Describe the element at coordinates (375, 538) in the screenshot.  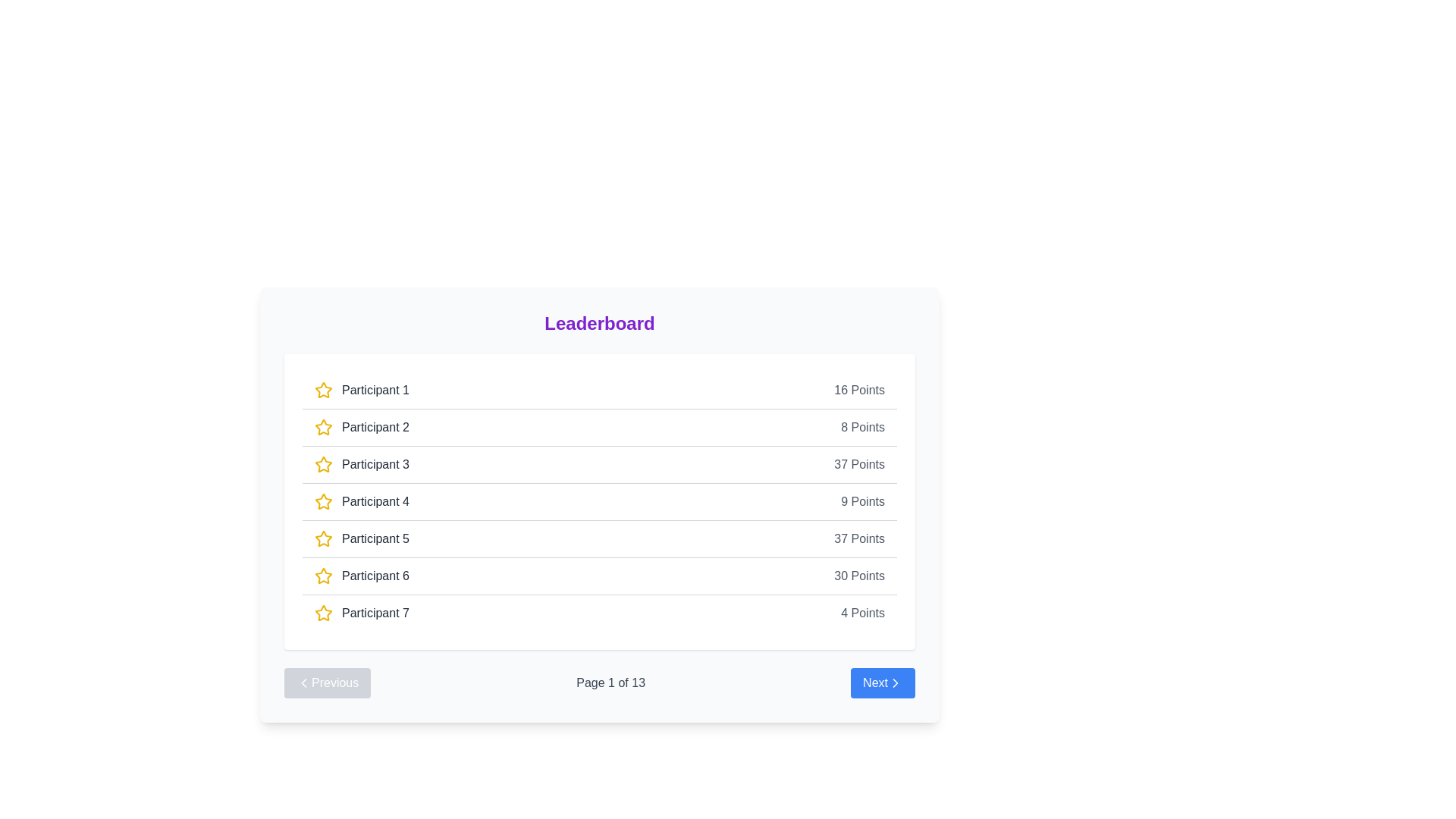
I see `the text label displaying the name of the fifth participant in the leaderboard` at that location.